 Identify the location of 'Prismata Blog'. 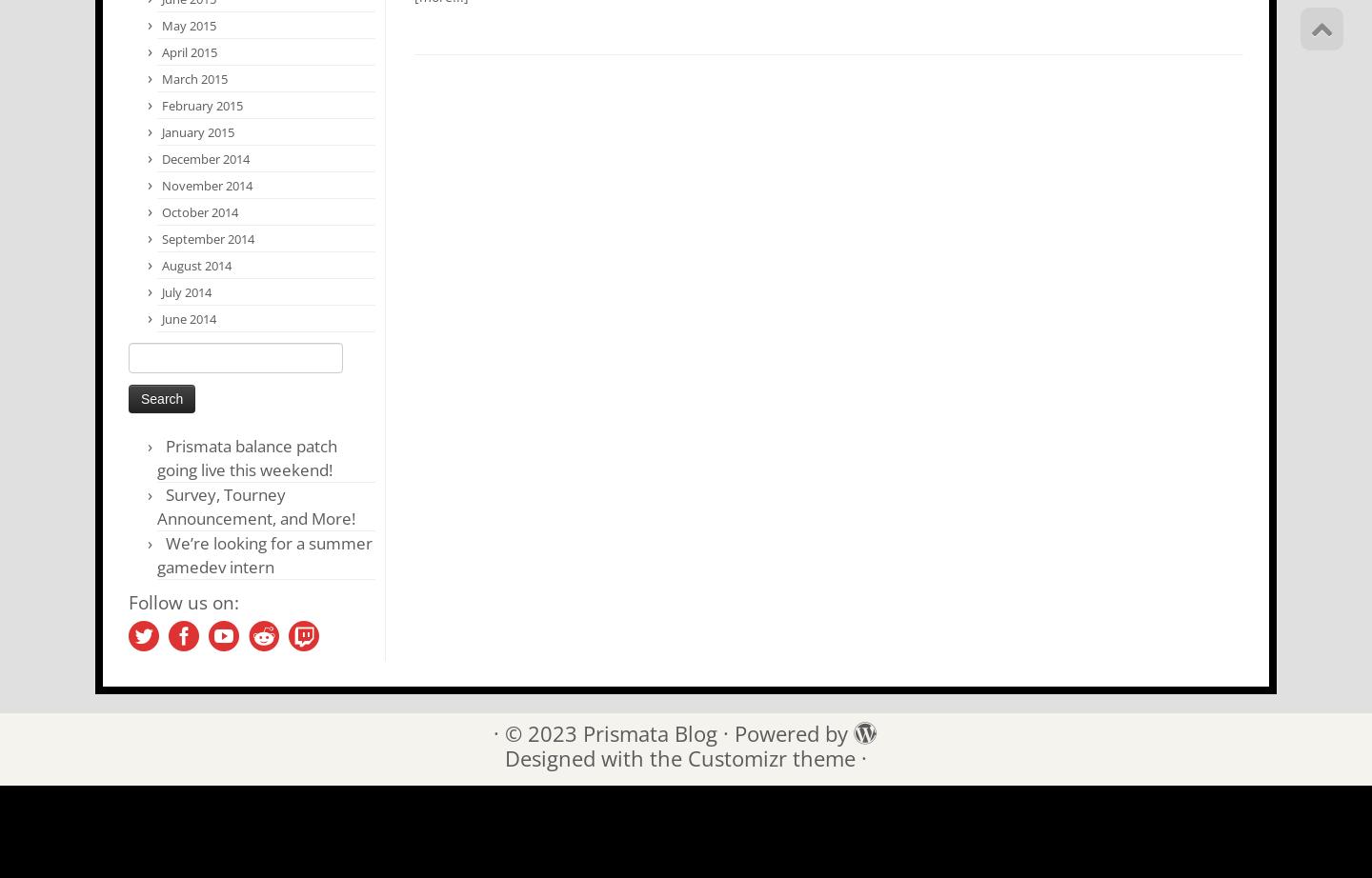
(582, 731).